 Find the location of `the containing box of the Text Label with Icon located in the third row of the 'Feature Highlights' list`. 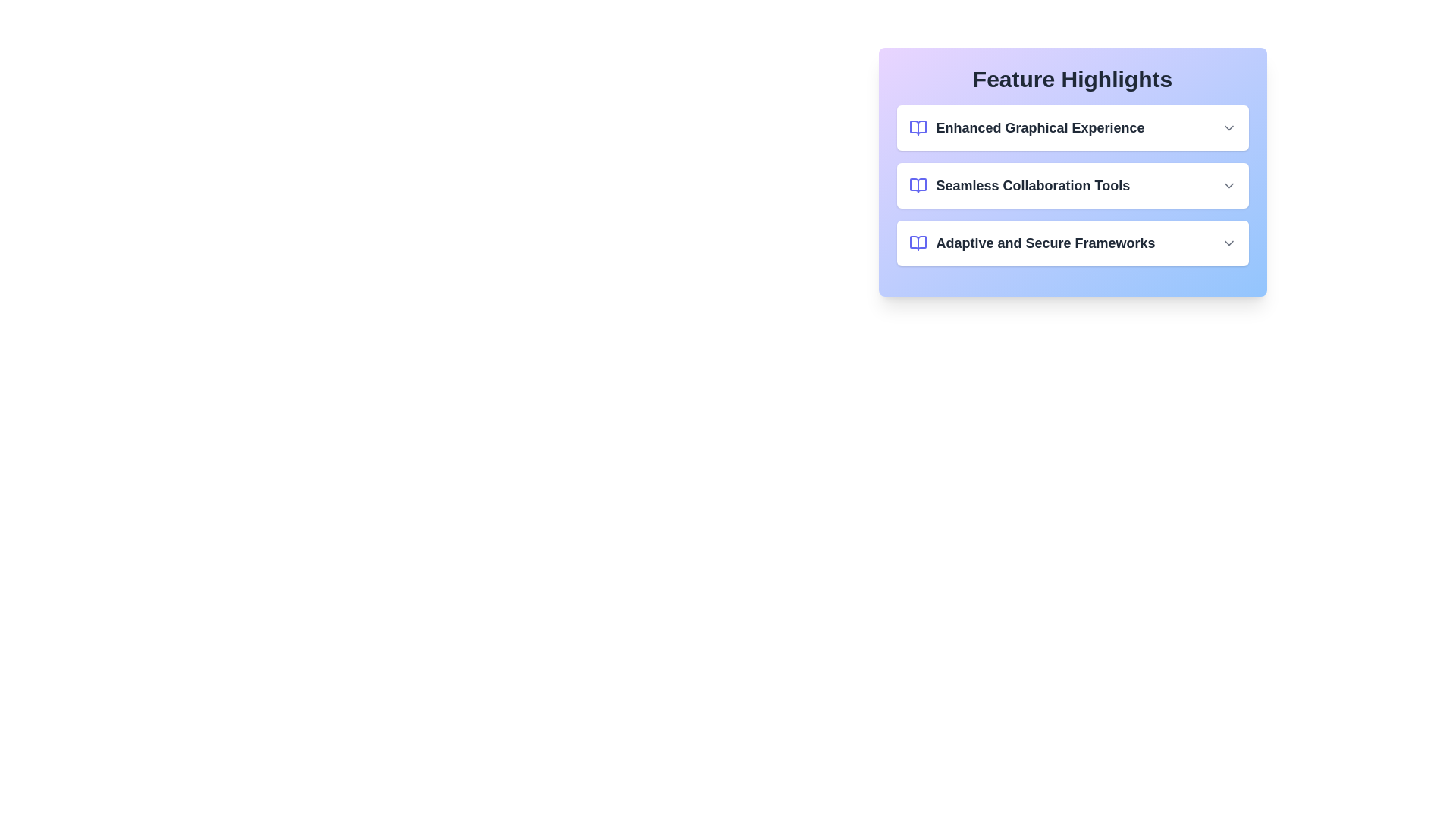

the containing box of the Text Label with Icon located in the third row of the 'Feature Highlights' list is located at coordinates (1031, 242).